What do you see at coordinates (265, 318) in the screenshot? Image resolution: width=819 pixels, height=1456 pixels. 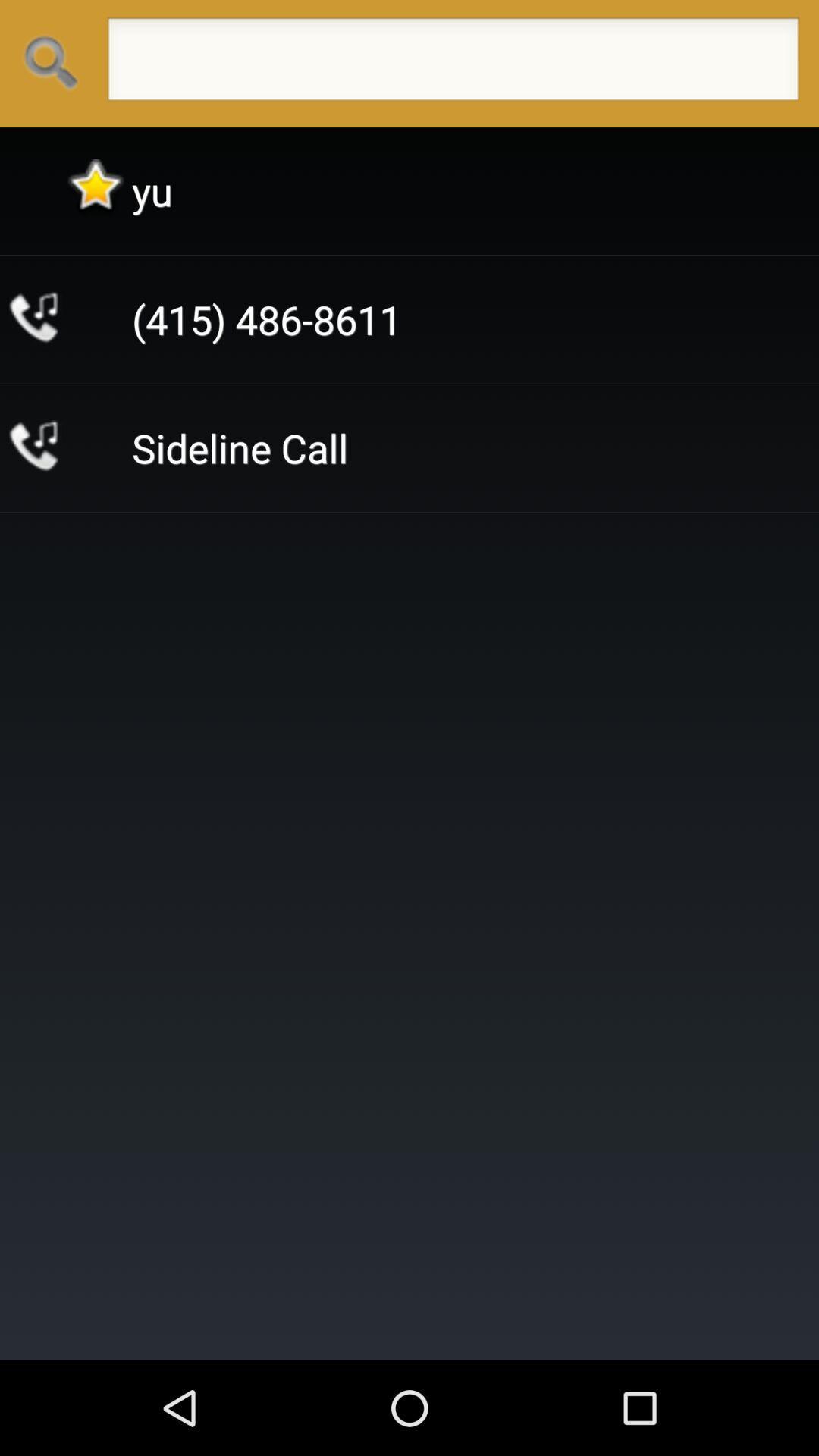 I see `icon above the sideline call app` at bounding box center [265, 318].